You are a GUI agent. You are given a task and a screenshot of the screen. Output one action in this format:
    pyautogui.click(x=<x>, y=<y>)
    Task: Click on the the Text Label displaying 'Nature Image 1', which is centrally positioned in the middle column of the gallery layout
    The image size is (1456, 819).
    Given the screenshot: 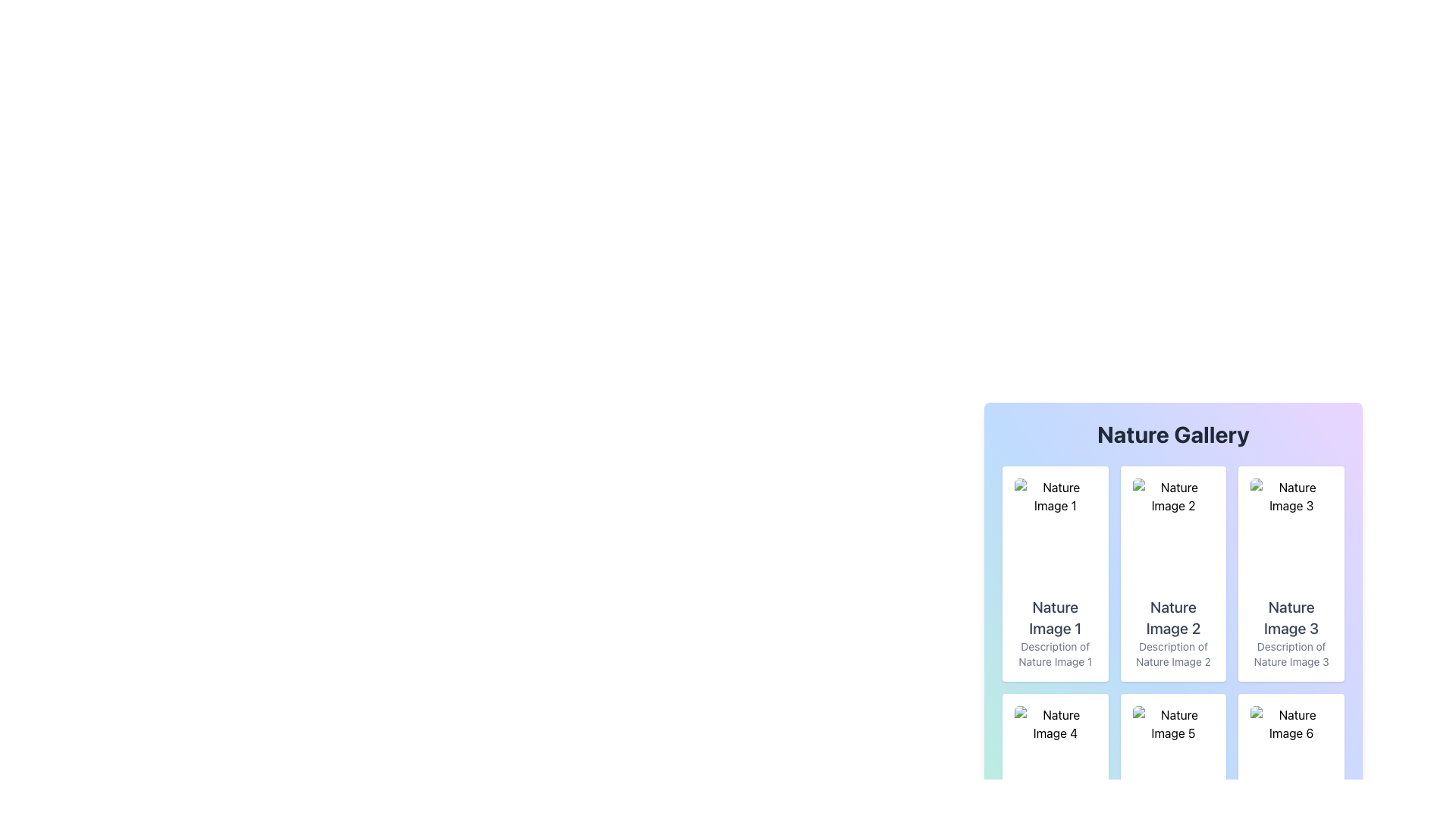 What is the action you would take?
    pyautogui.click(x=1054, y=617)
    